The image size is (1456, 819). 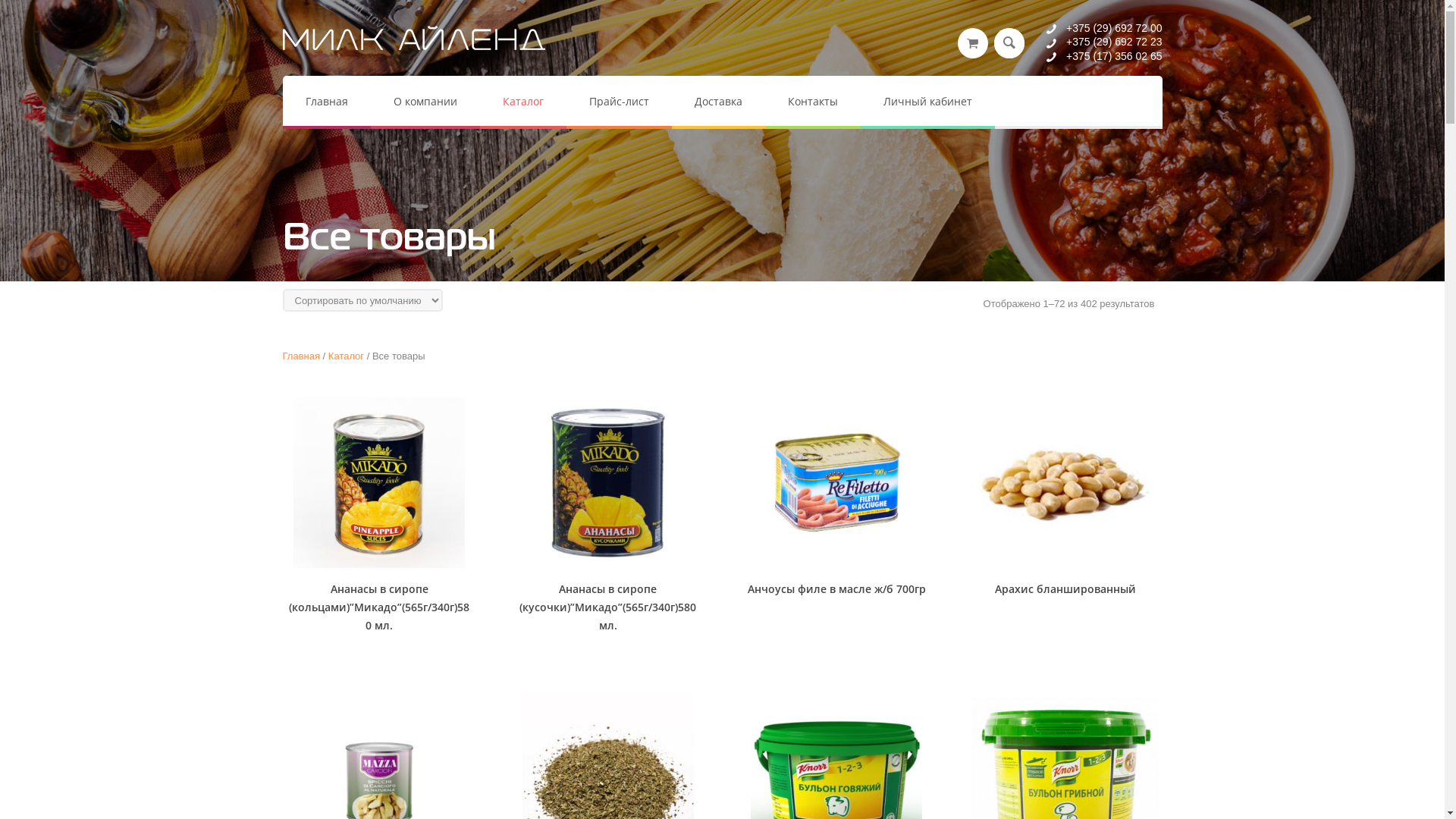 What do you see at coordinates (378, 482) in the screenshot?
I see `'18513c49-0478-11eb-8105-50e5493adf07'` at bounding box center [378, 482].